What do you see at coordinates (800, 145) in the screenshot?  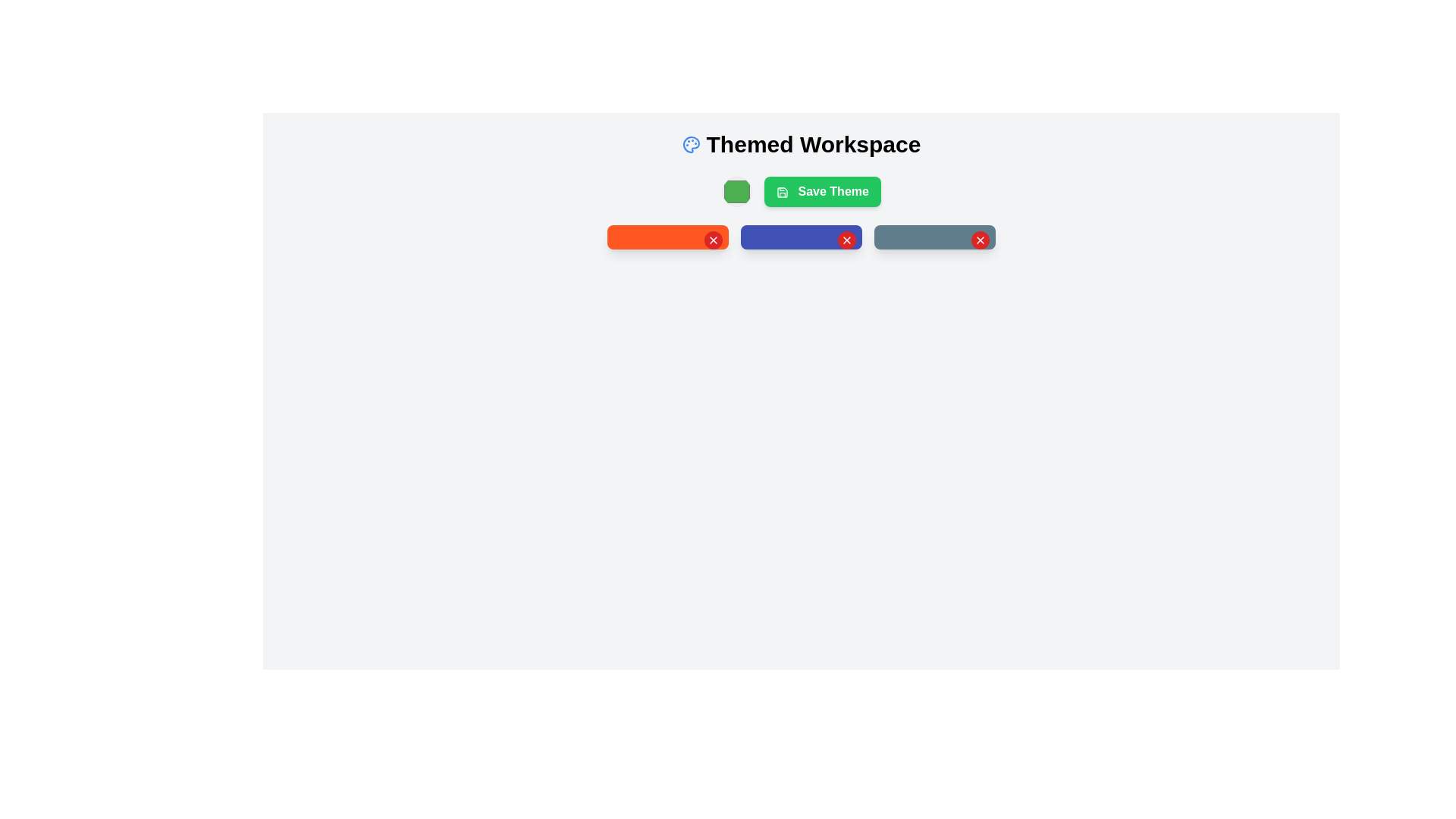 I see `the centered text label reading 'Themed Workspace', which is styled in bold font and accompanied by a blue palette icon on the left side` at bounding box center [800, 145].